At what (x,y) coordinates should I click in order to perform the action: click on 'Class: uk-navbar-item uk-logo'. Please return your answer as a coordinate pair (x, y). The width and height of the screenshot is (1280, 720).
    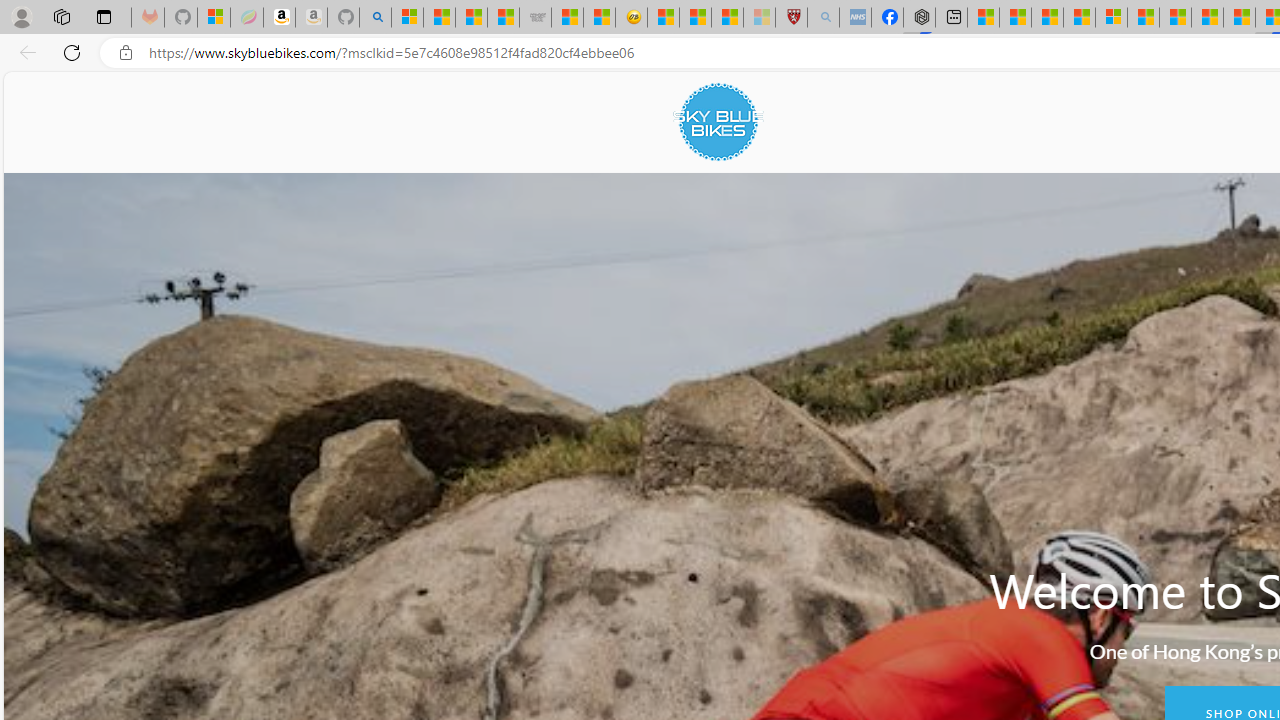
    Looking at the image, I should click on (718, 122).